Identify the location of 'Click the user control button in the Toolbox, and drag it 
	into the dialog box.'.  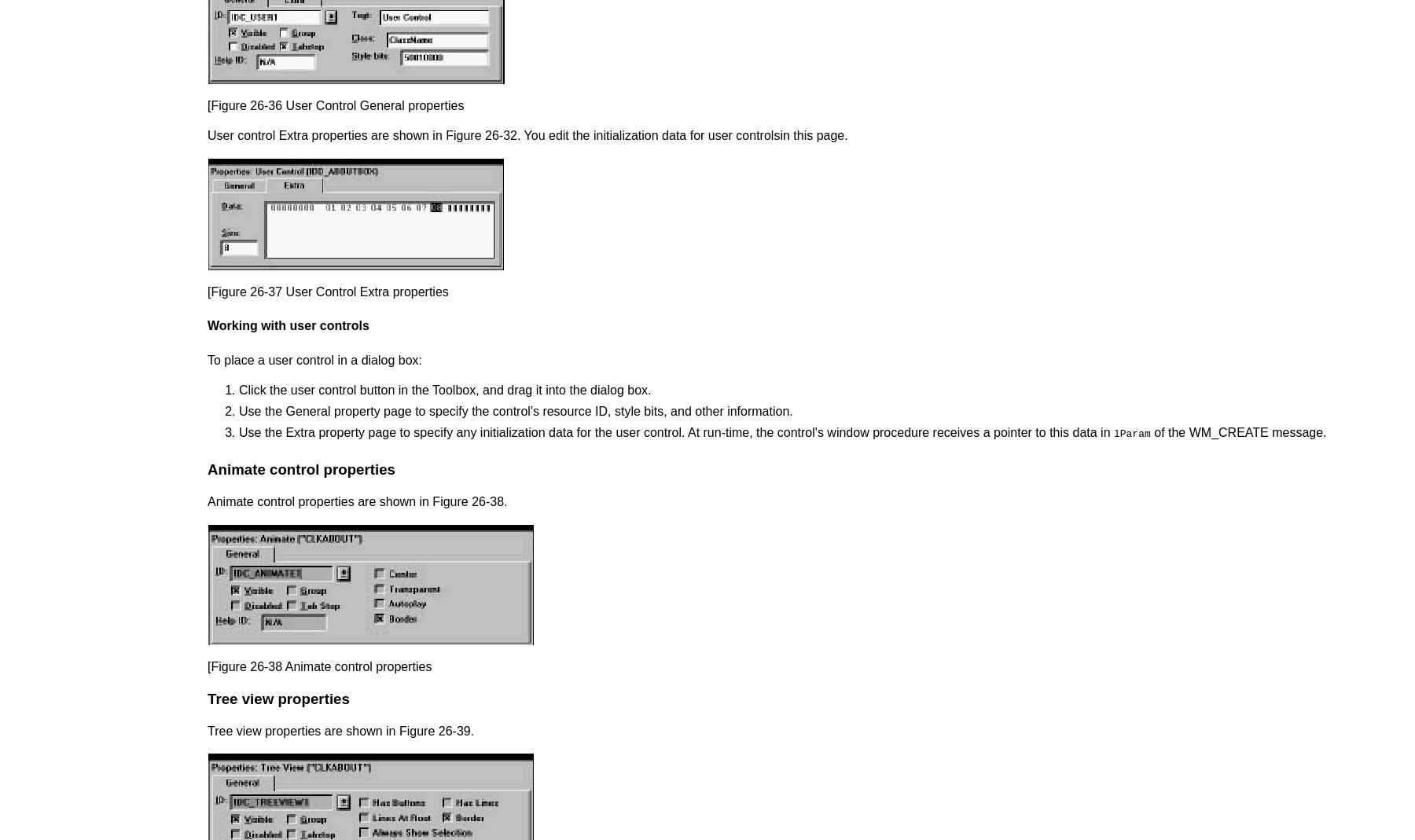
(444, 389).